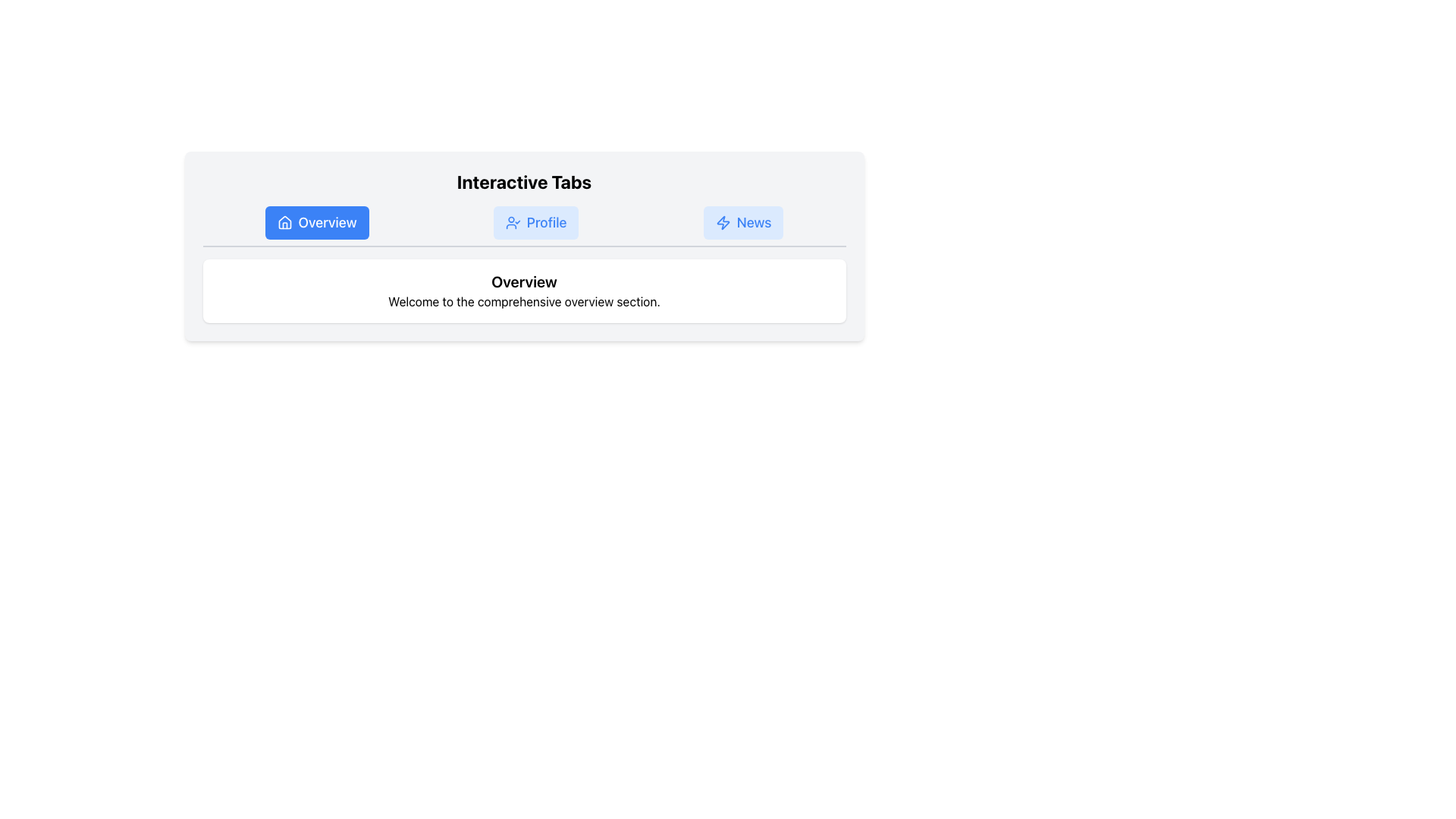 The image size is (1456, 819). What do you see at coordinates (524, 301) in the screenshot?
I see `the text element displaying 'Welcome to the comprehensive overview section.' which is positioned beneath the title 'Overview'` at bounding box center [524, 301].